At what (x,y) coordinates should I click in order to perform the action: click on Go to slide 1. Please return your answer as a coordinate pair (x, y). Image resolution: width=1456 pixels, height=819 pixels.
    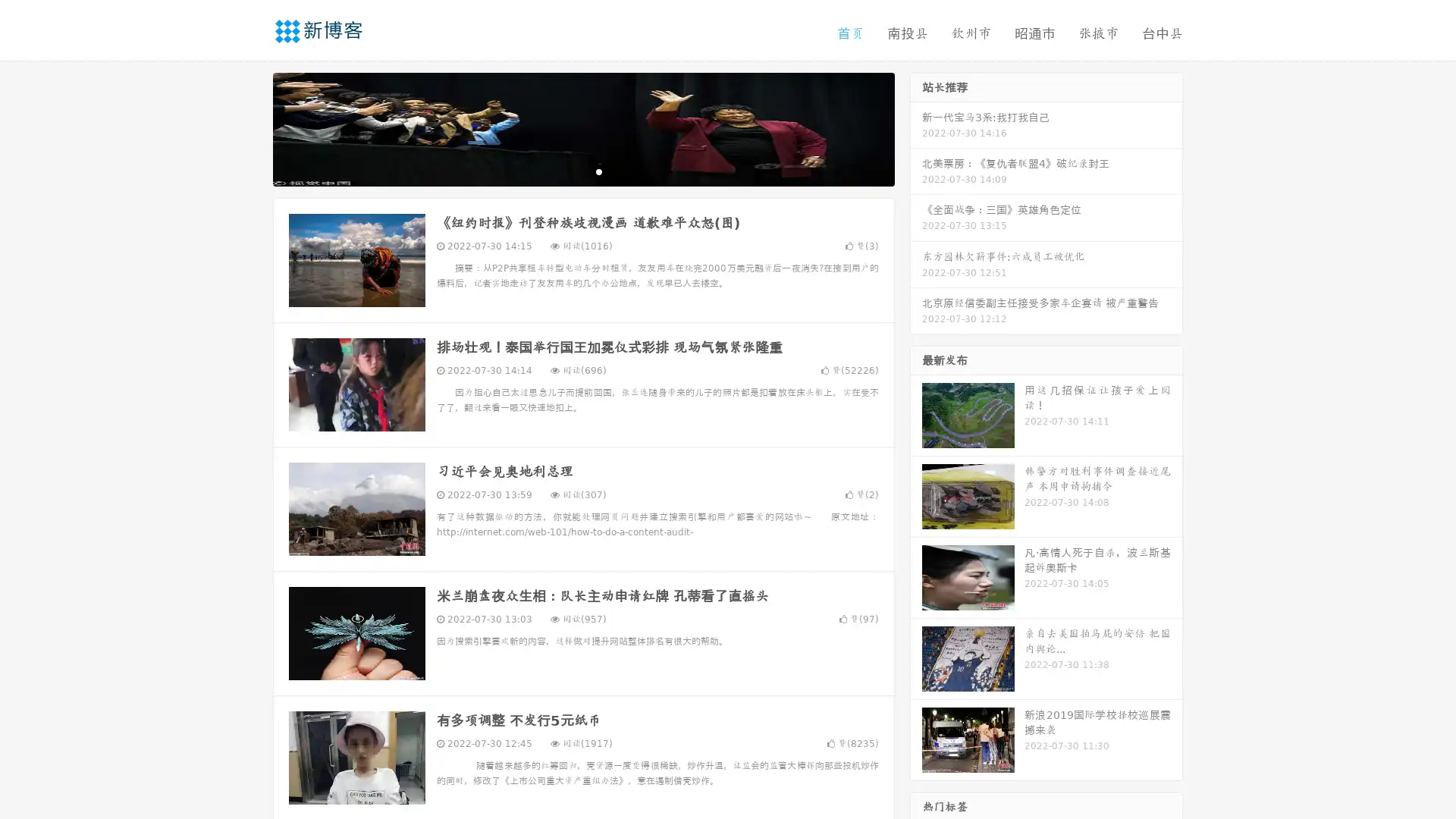
    Looking at the image, I should click on (567, 171).